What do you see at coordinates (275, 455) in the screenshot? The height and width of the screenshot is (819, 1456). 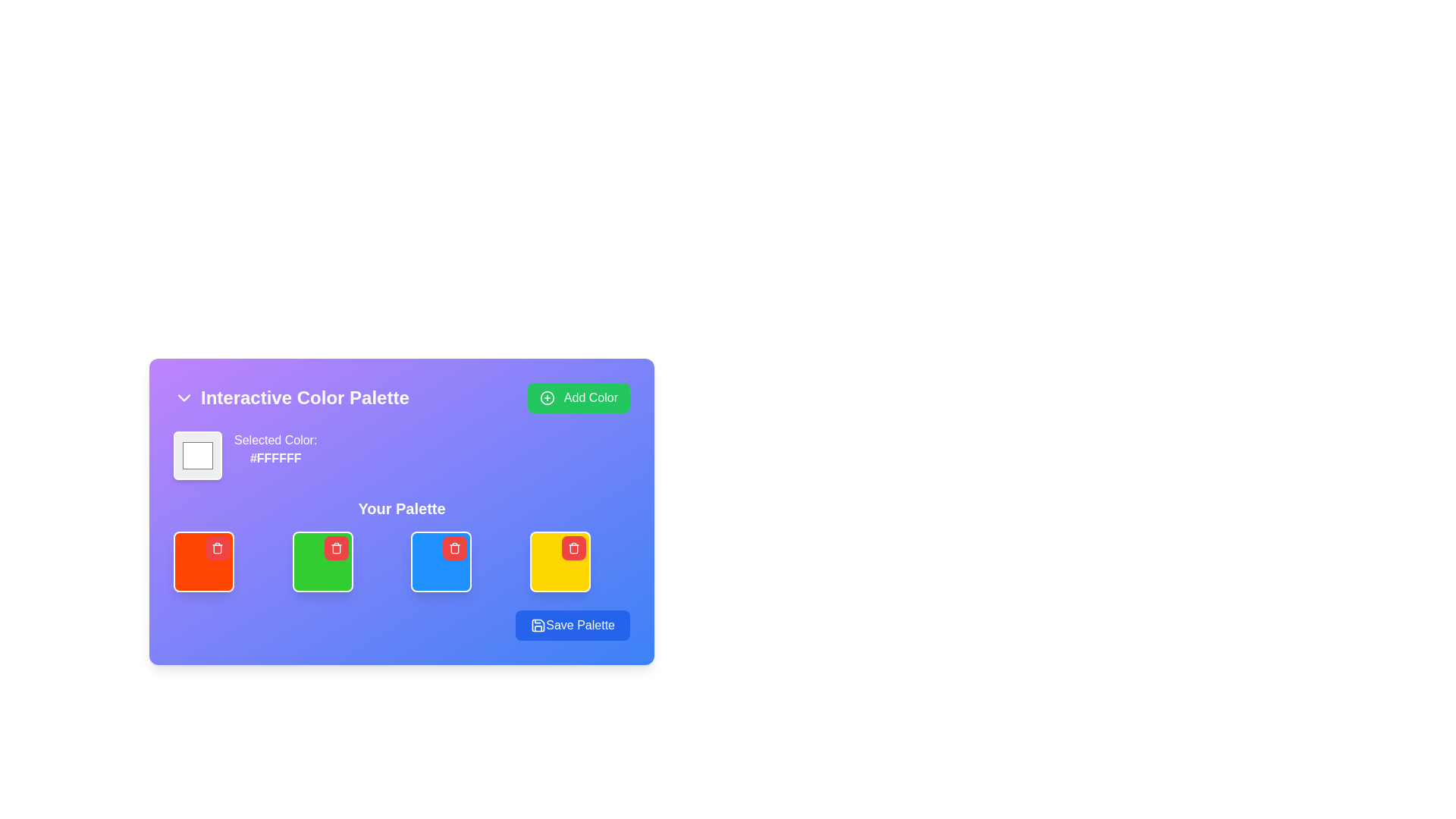 I see `the Text Label that displays the currently selected color's value in hexadecimal format, positioned near the top left of the color palette interface` at bounding box center [275, 455].